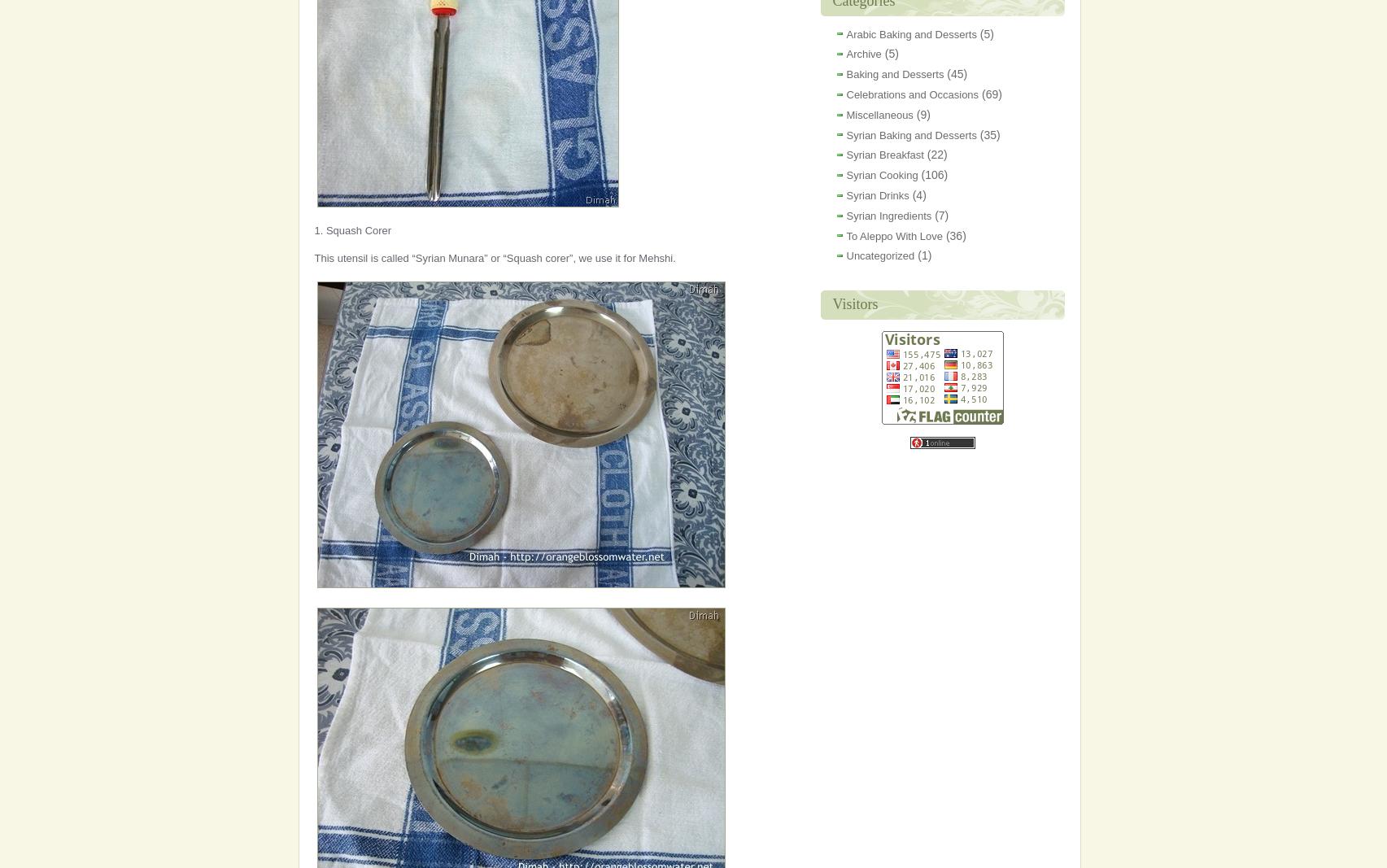 The width and height of the screenshot is (1387, 868). Describe the element at coordinates (932, 175) in the screenshot. I see `'(106)'` at that location.